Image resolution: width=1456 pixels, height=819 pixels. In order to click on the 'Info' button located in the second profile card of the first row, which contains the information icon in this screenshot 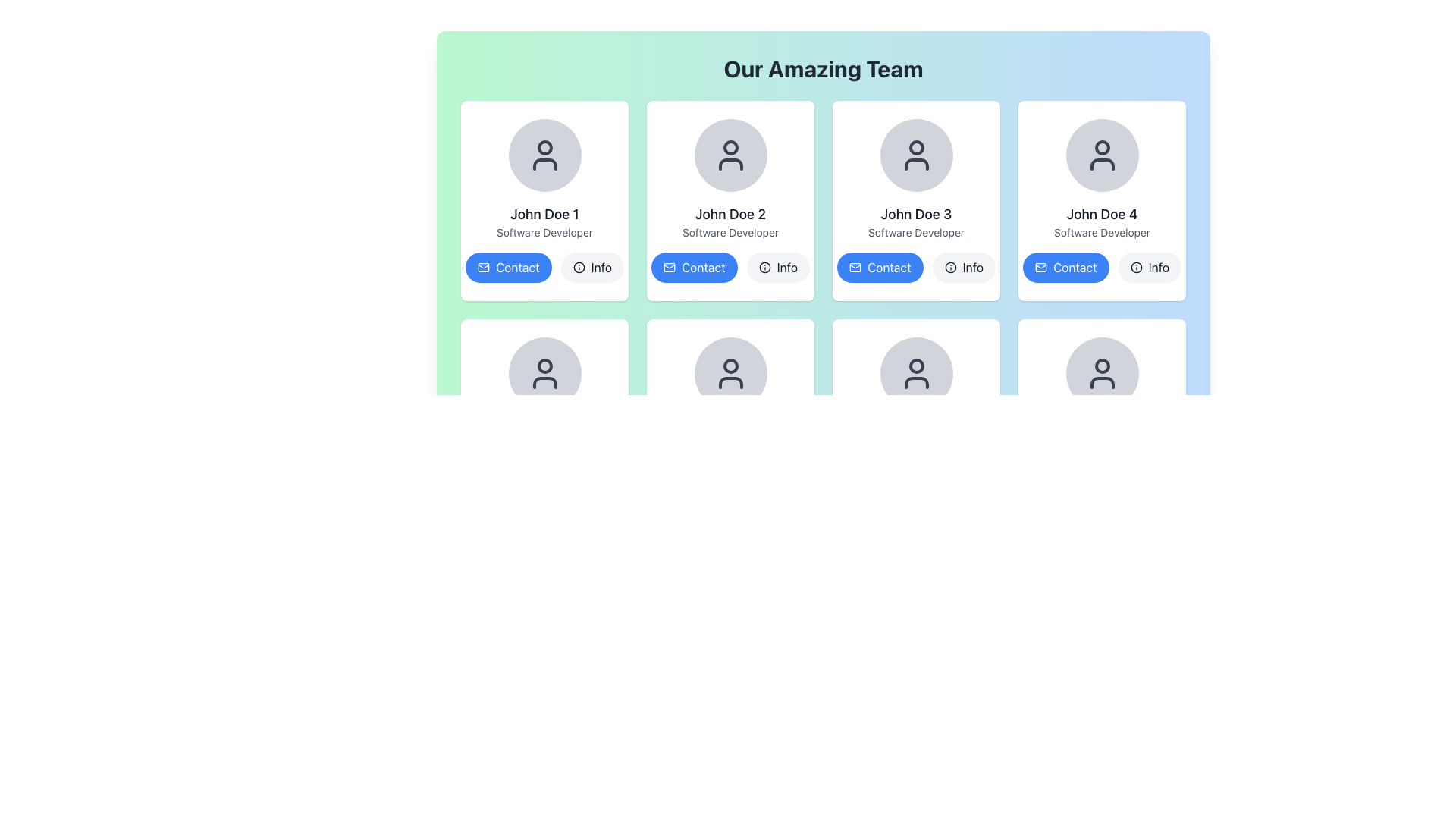, I will do `click(764, 267)`.